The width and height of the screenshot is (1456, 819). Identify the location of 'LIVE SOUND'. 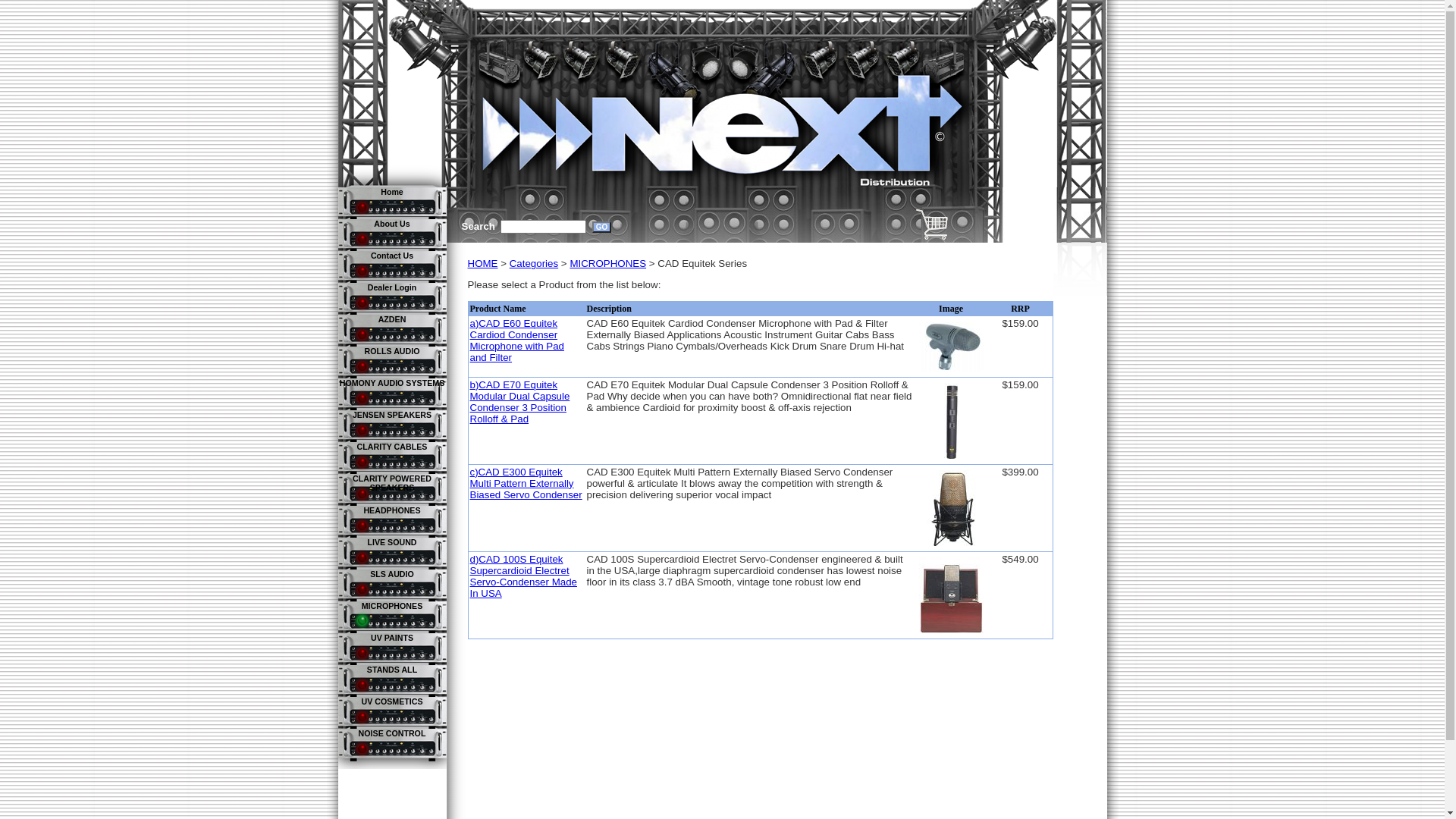
(391, 541).